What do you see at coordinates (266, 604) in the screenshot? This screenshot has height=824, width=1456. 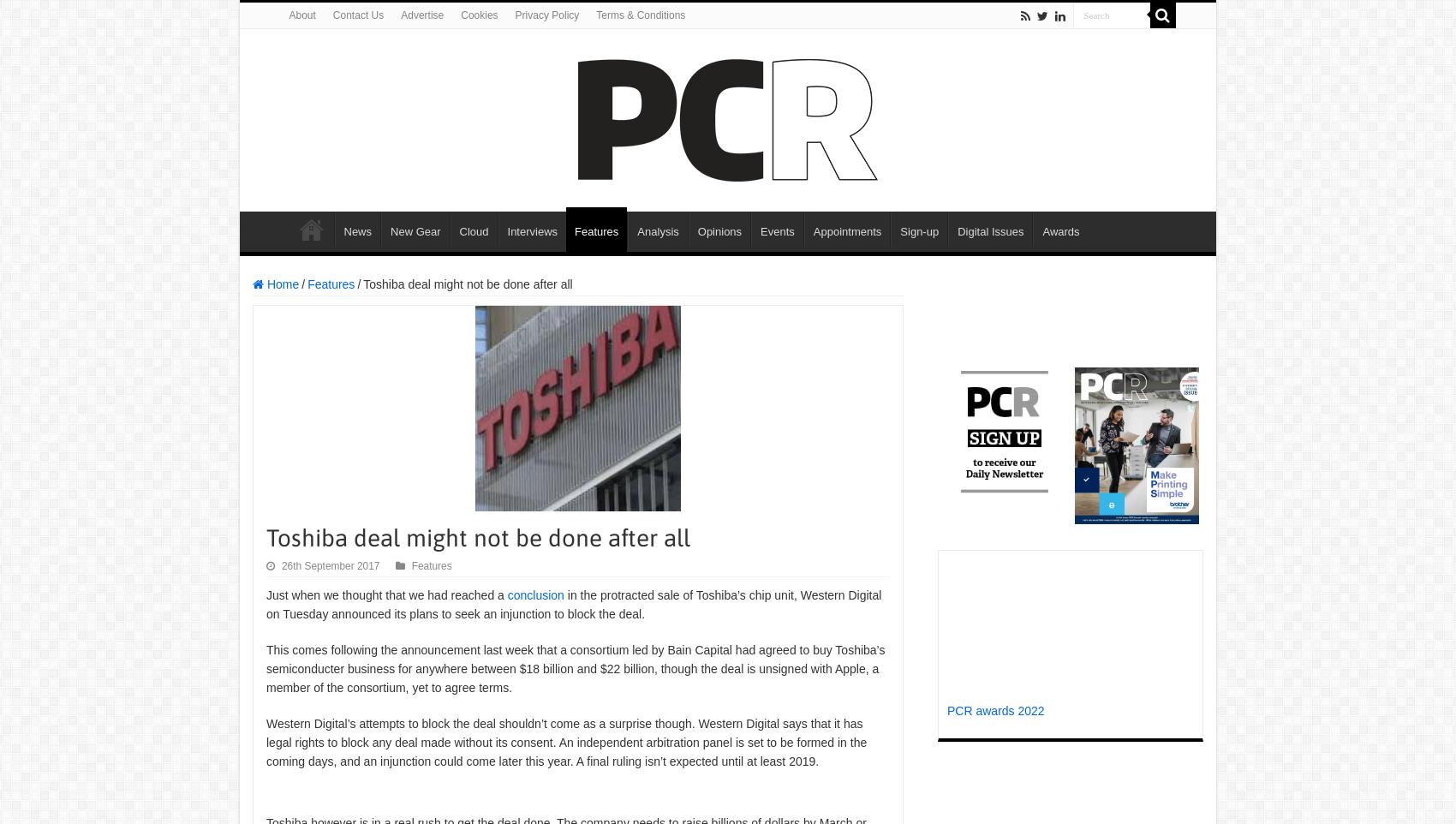 I see `'in the protracted sale of Toshiba’s chip unit, Western Digital on Tuesday announced its plans to seek an injunction to block the deal.'` at bounding box center [266, 604].